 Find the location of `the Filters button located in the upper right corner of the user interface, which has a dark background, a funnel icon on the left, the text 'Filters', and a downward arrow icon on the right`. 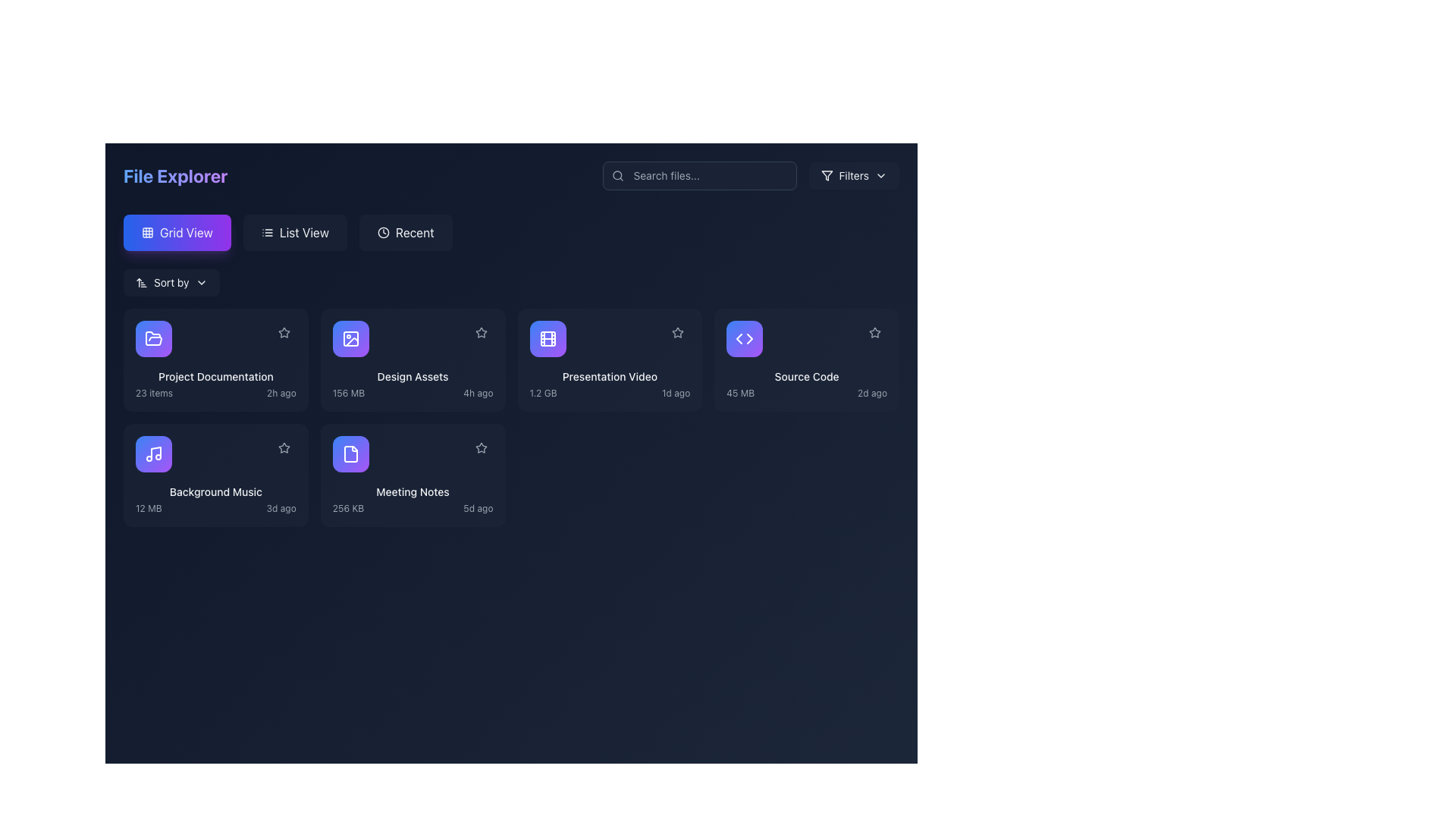

the Filters button located in the upper right corner of the user interface, which has a dark background, a funnel icon on the left, the text 'Filters', and a downward arrow icon on the right is located at coordinates (854, 174).